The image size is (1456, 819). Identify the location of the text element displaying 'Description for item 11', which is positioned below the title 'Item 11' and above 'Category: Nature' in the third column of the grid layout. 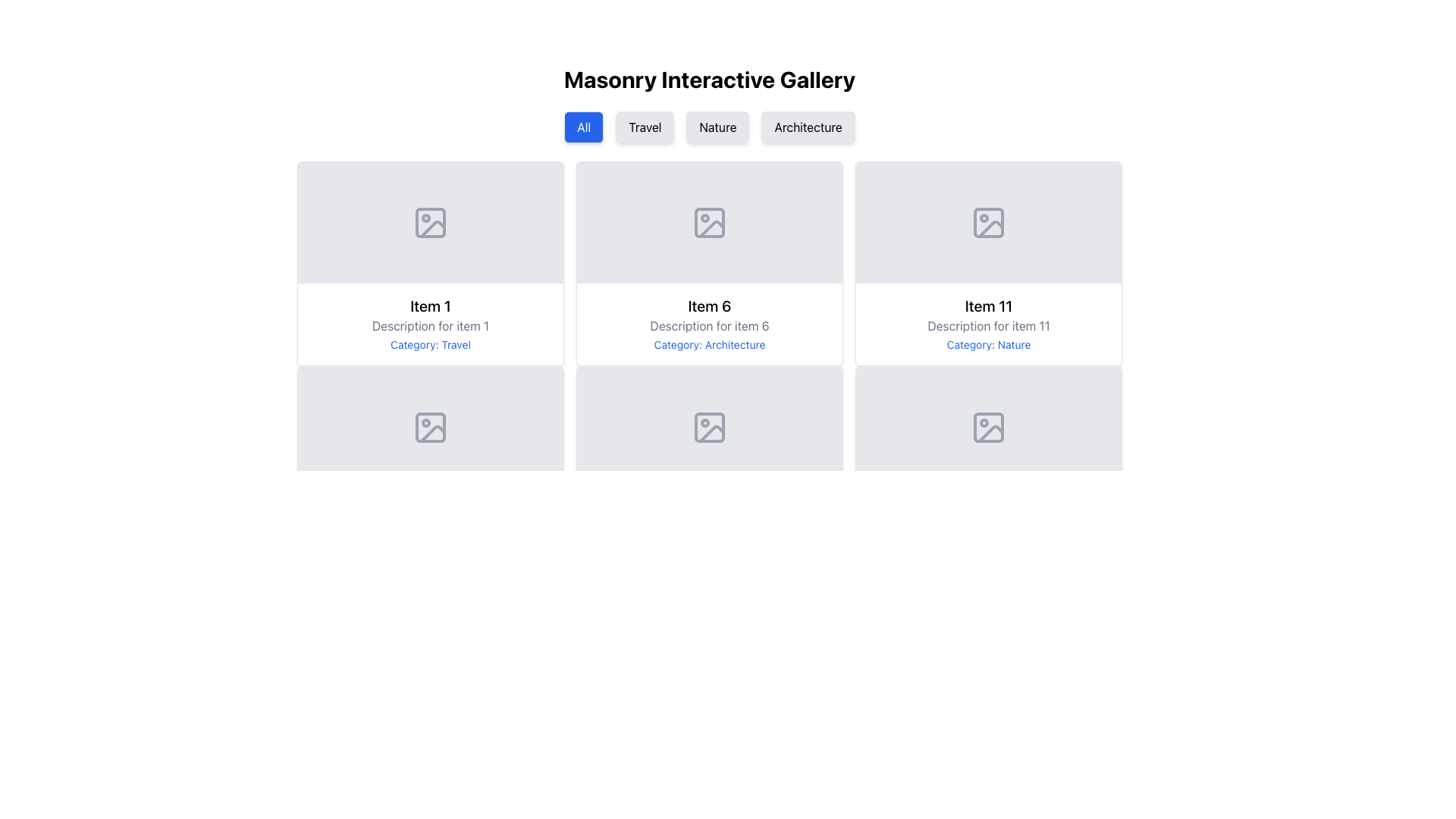
(989, 325).